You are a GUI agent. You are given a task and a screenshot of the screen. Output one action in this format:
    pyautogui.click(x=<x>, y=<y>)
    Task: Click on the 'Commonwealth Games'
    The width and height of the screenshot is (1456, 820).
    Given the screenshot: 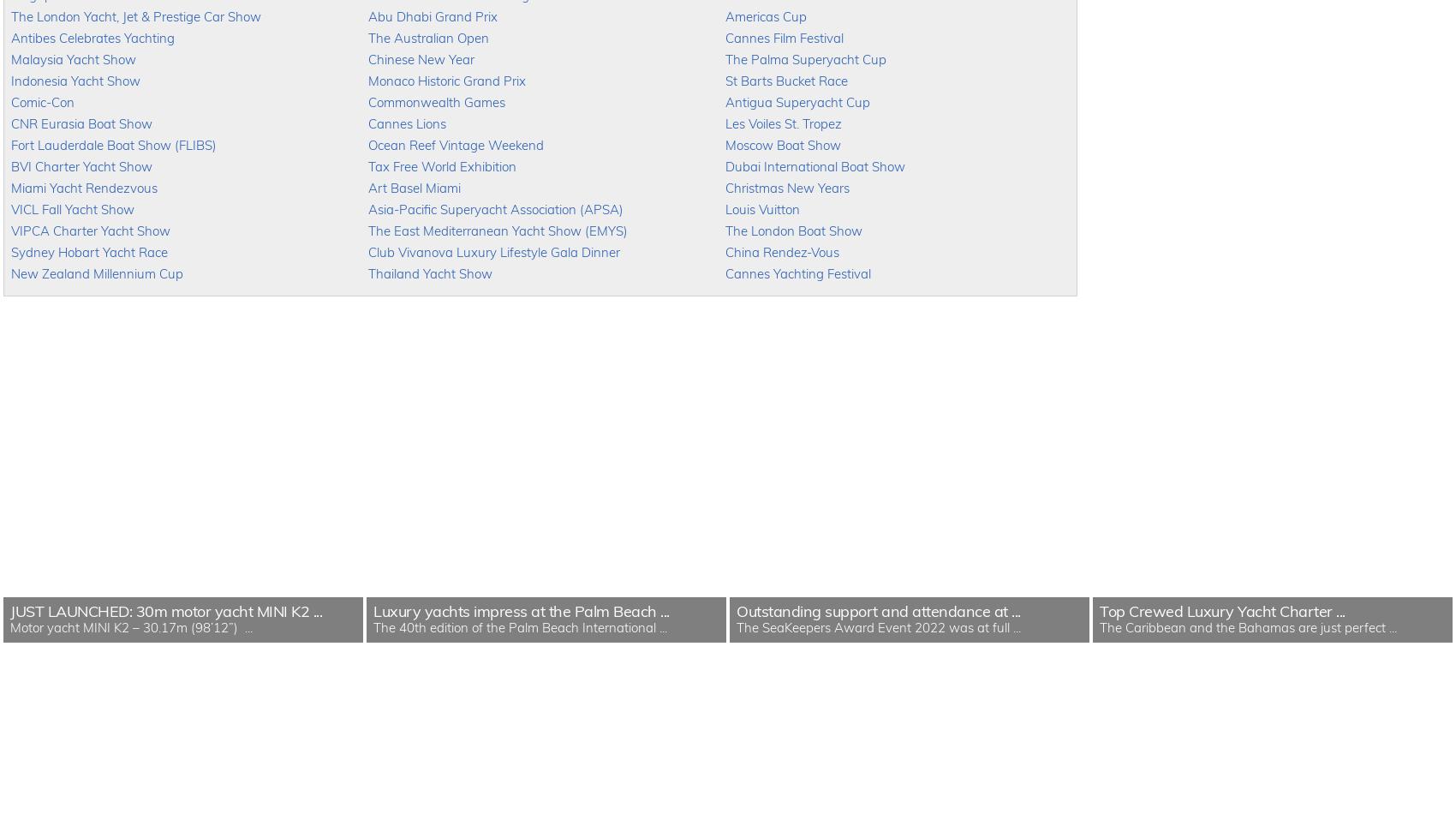 What is the action you would take?
    pyautogui.click(x=437, y=102)
    